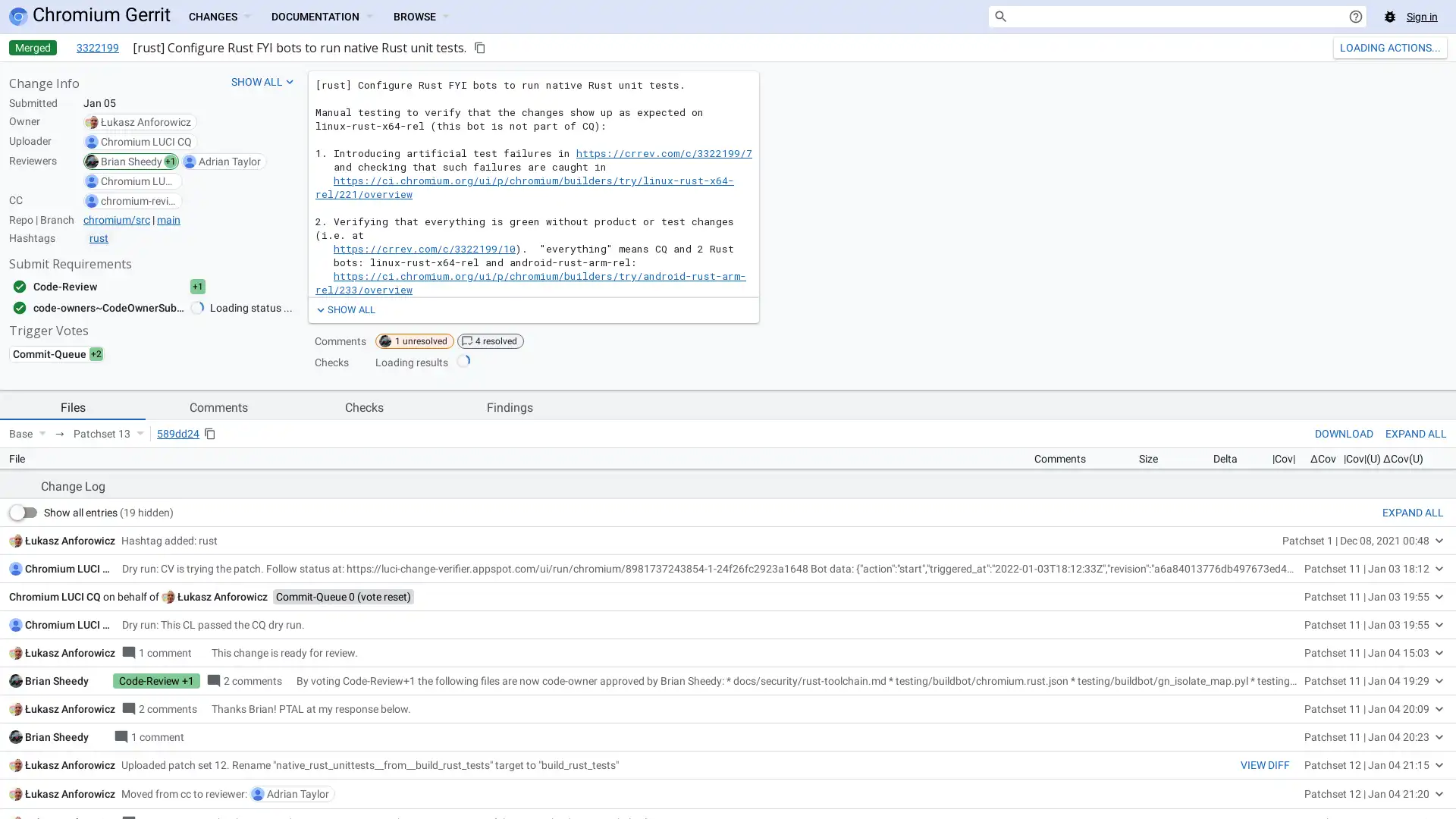  I want to click on SHOW ALL, so click(344, 309).